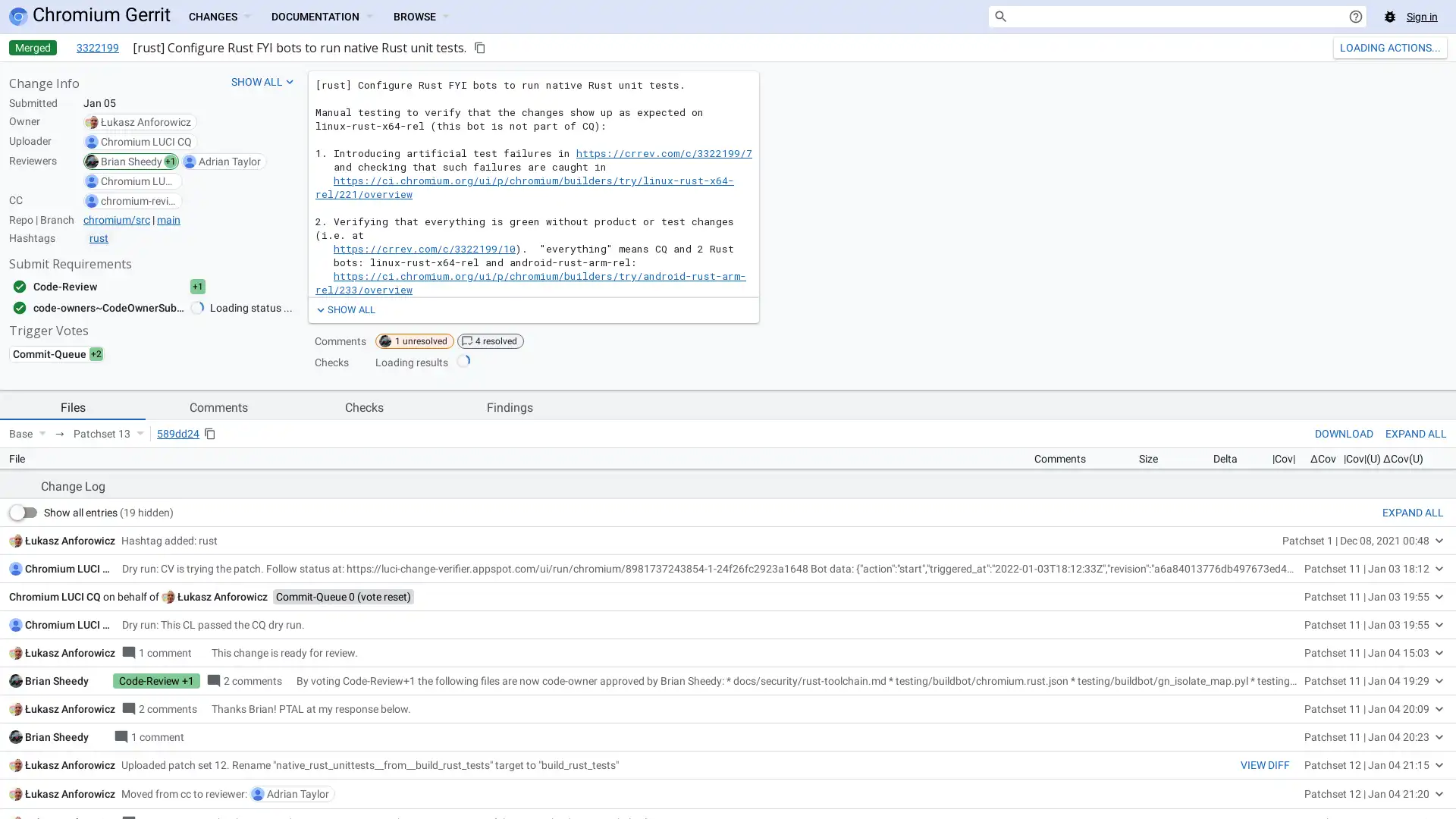  I want to click on SHOW ALL, so click(344, 309).